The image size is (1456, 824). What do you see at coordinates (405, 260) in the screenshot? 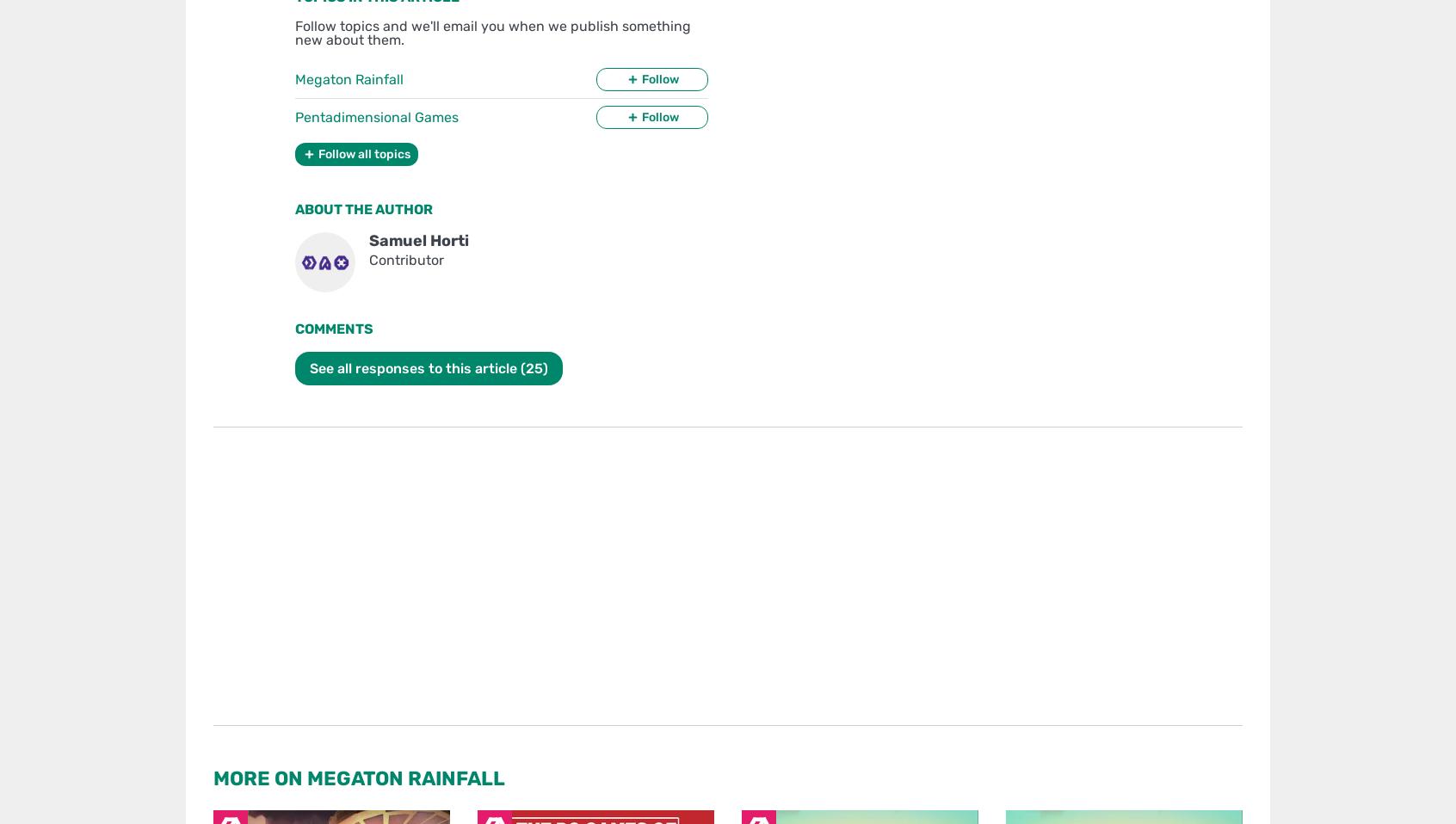
I see `'Contributor'` at bounding box center [405, 260].